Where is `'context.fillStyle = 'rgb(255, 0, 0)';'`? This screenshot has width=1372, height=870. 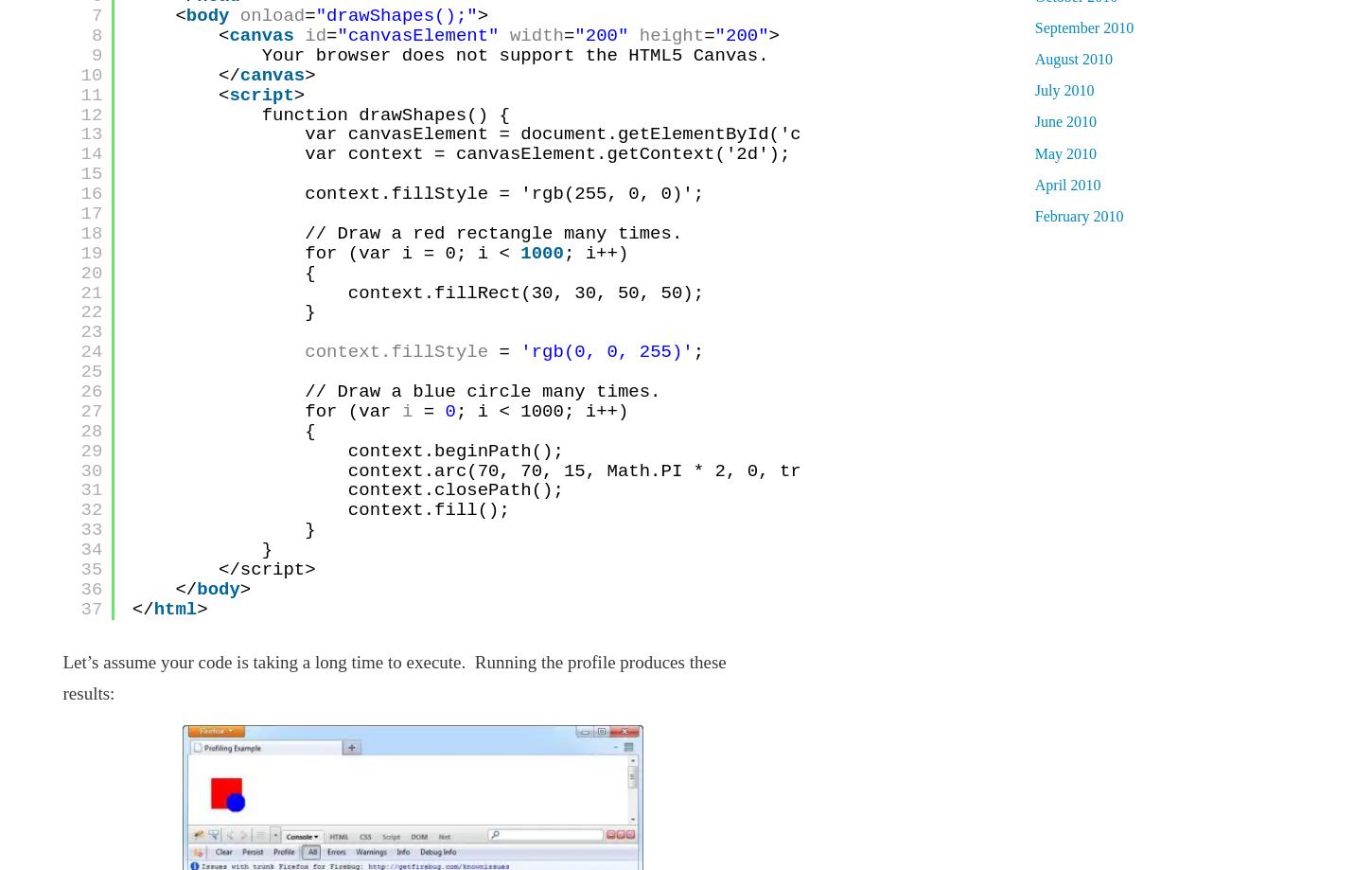
'context.fillStyle = 'rgb(255, 0, 0)';' is located at coordinates (504, 194).